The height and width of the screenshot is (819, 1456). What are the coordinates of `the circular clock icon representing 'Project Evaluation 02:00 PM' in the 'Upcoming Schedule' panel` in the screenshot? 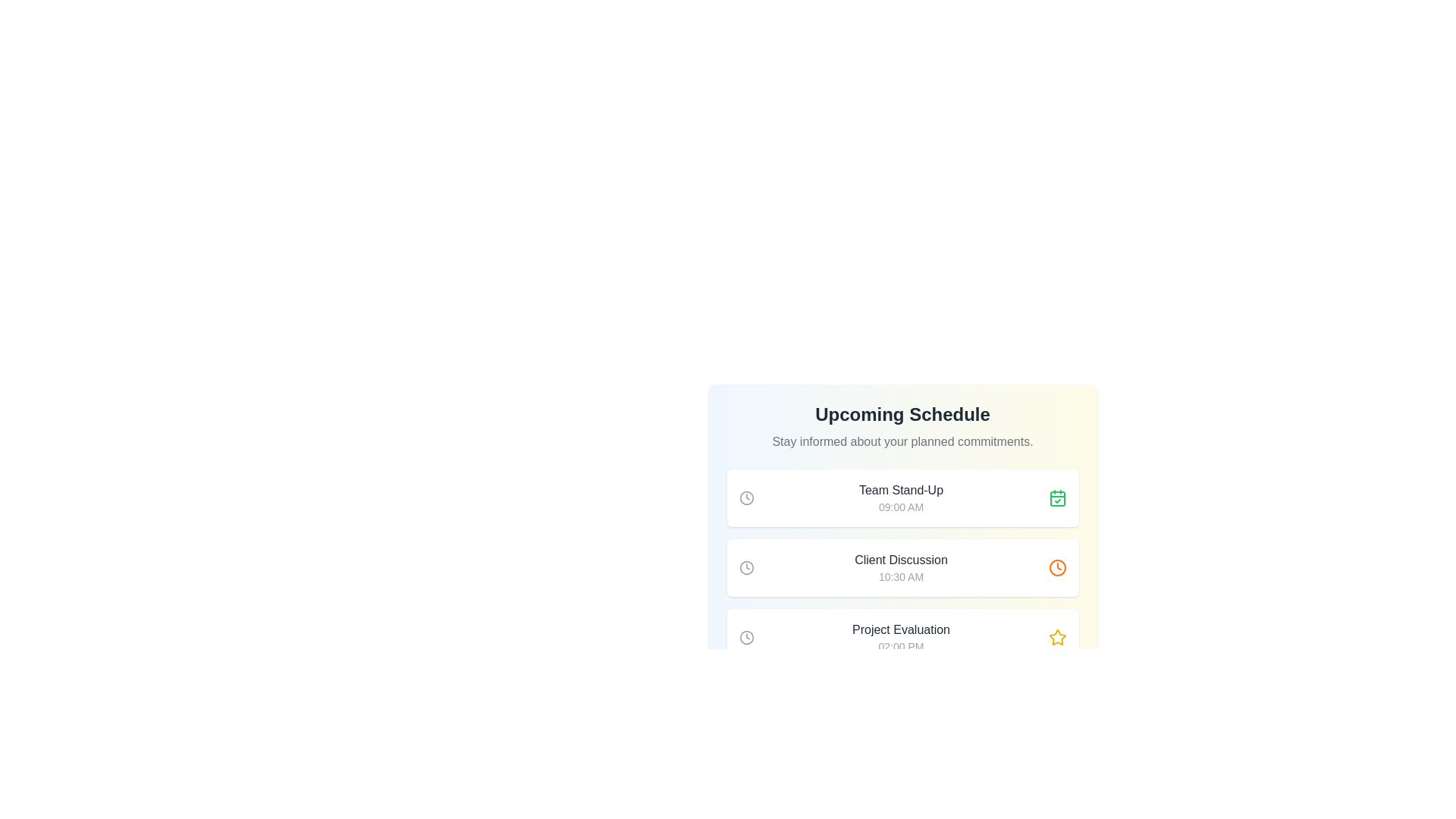 It's located at (746, 637).